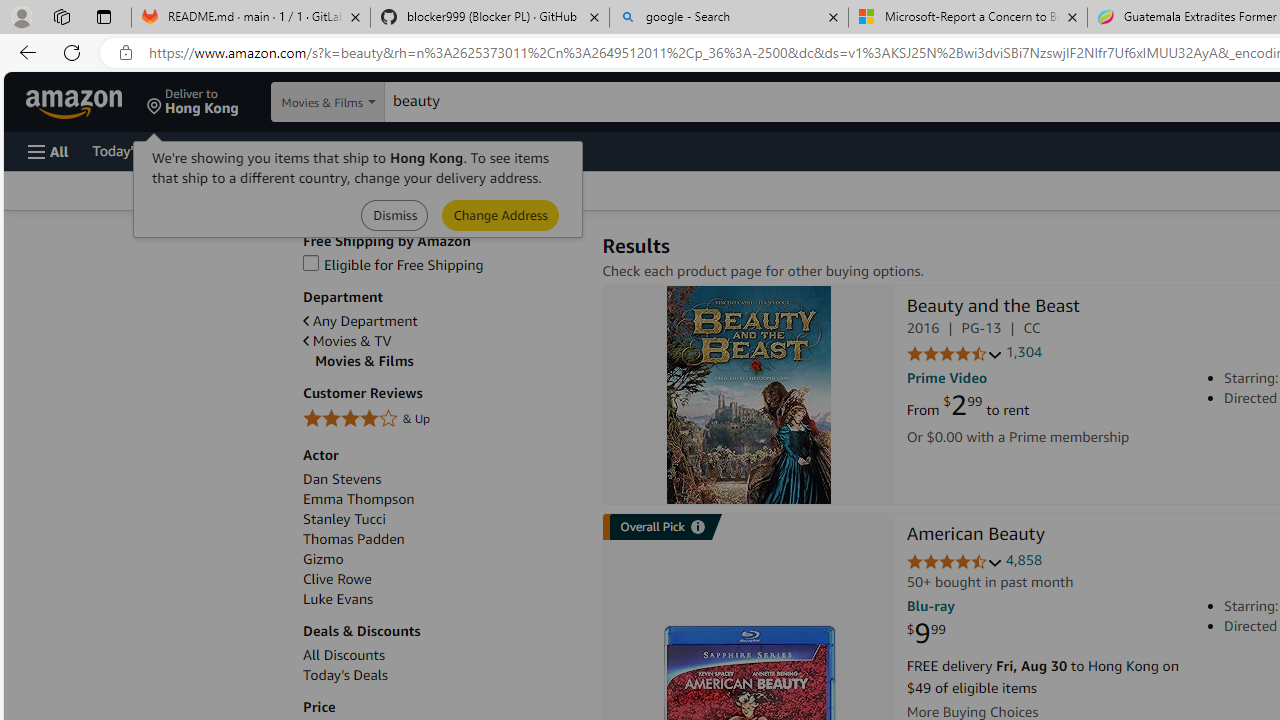 This screenshot has height=720, width=1280. What do you see at coordinates (345, 675) in the screenshot?
I see `'Today'` at bounding box center [345, 675].